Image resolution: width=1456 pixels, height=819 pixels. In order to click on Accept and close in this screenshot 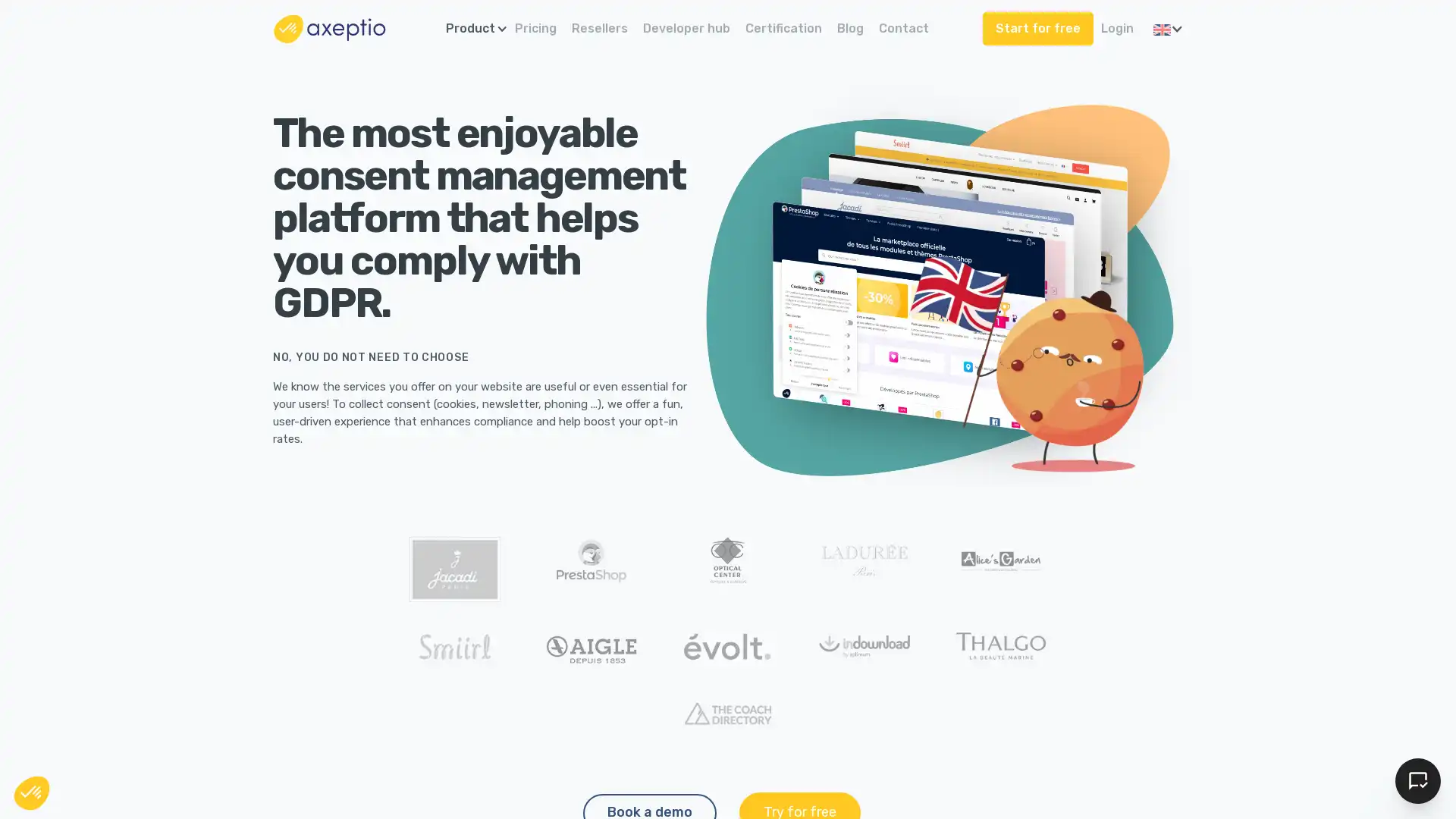, I will do `click(280, 735)`.